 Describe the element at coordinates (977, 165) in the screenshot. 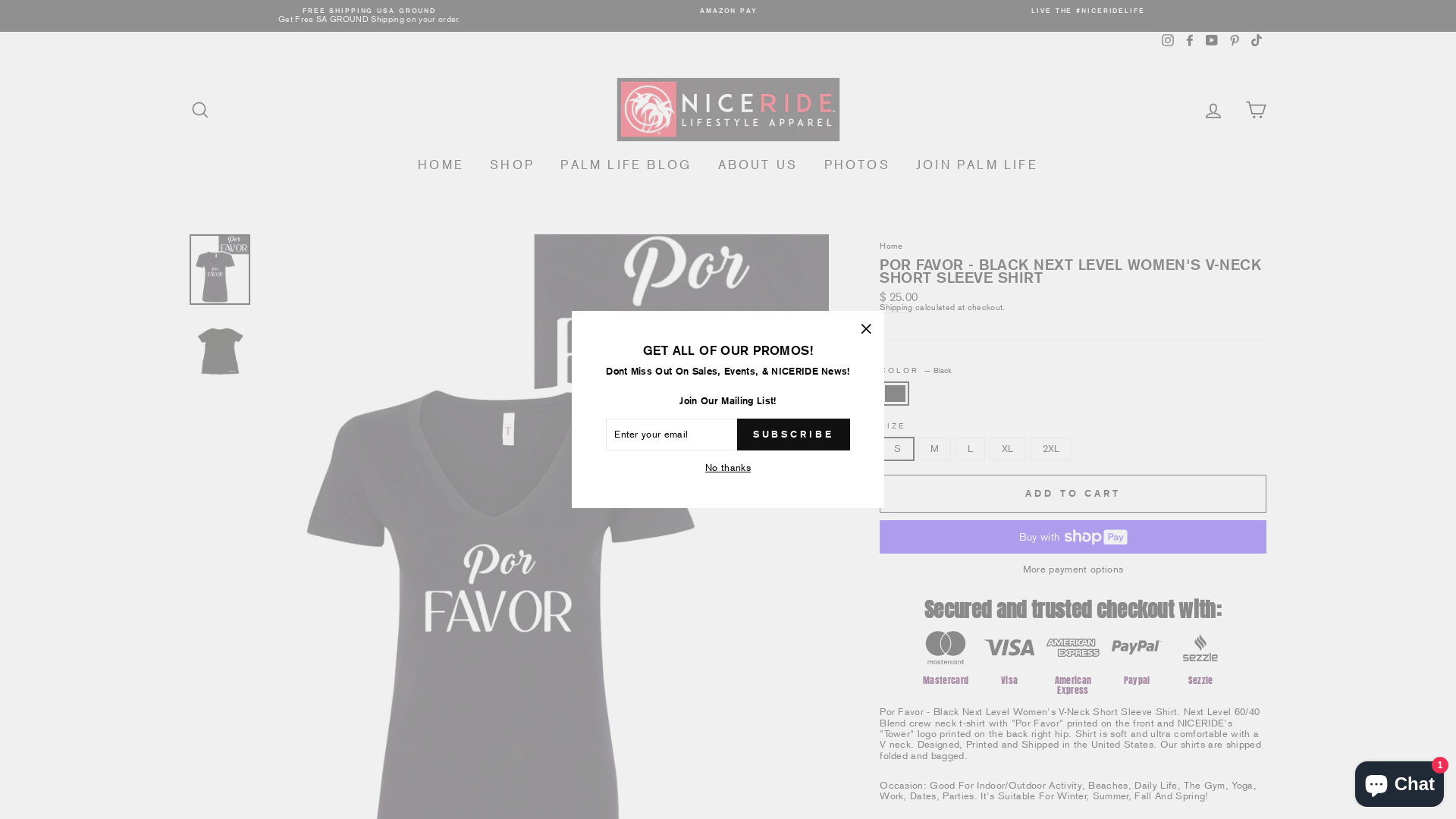

I see `'JOIN PALM LIFE'` at that location.